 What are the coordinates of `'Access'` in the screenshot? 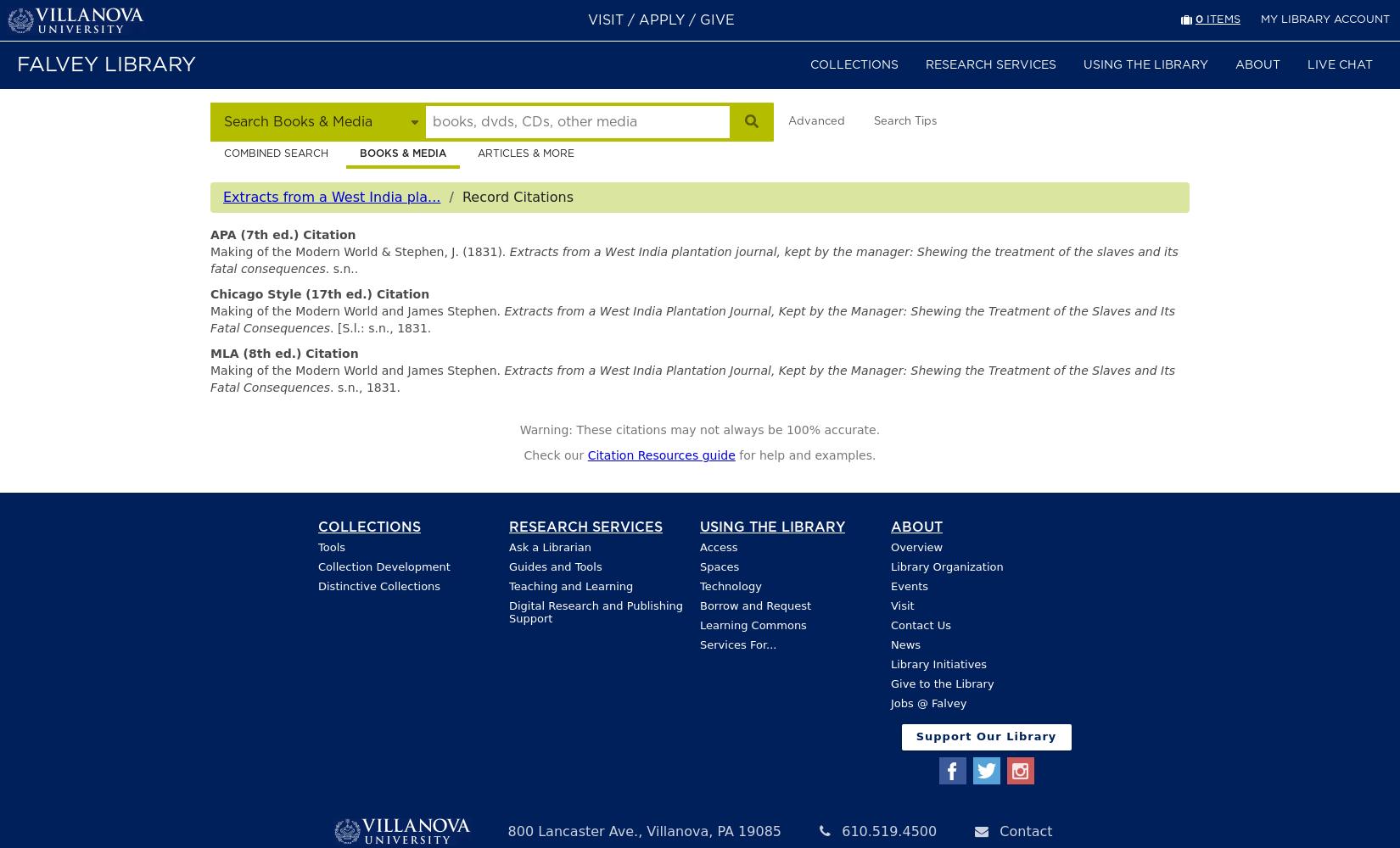 It's located at (718, 547).